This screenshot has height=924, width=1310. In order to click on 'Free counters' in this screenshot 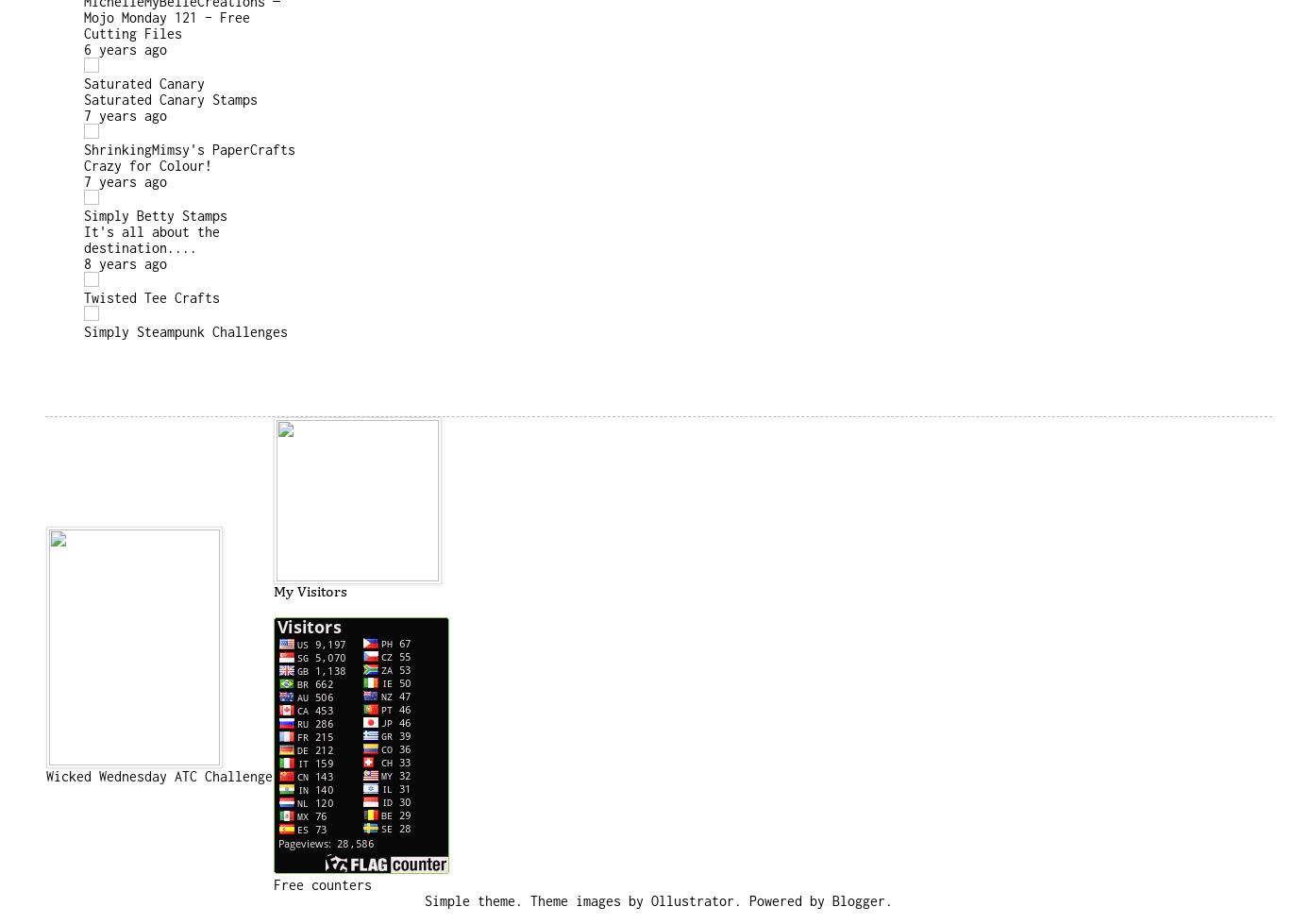, I will do `click(322, 883)`.